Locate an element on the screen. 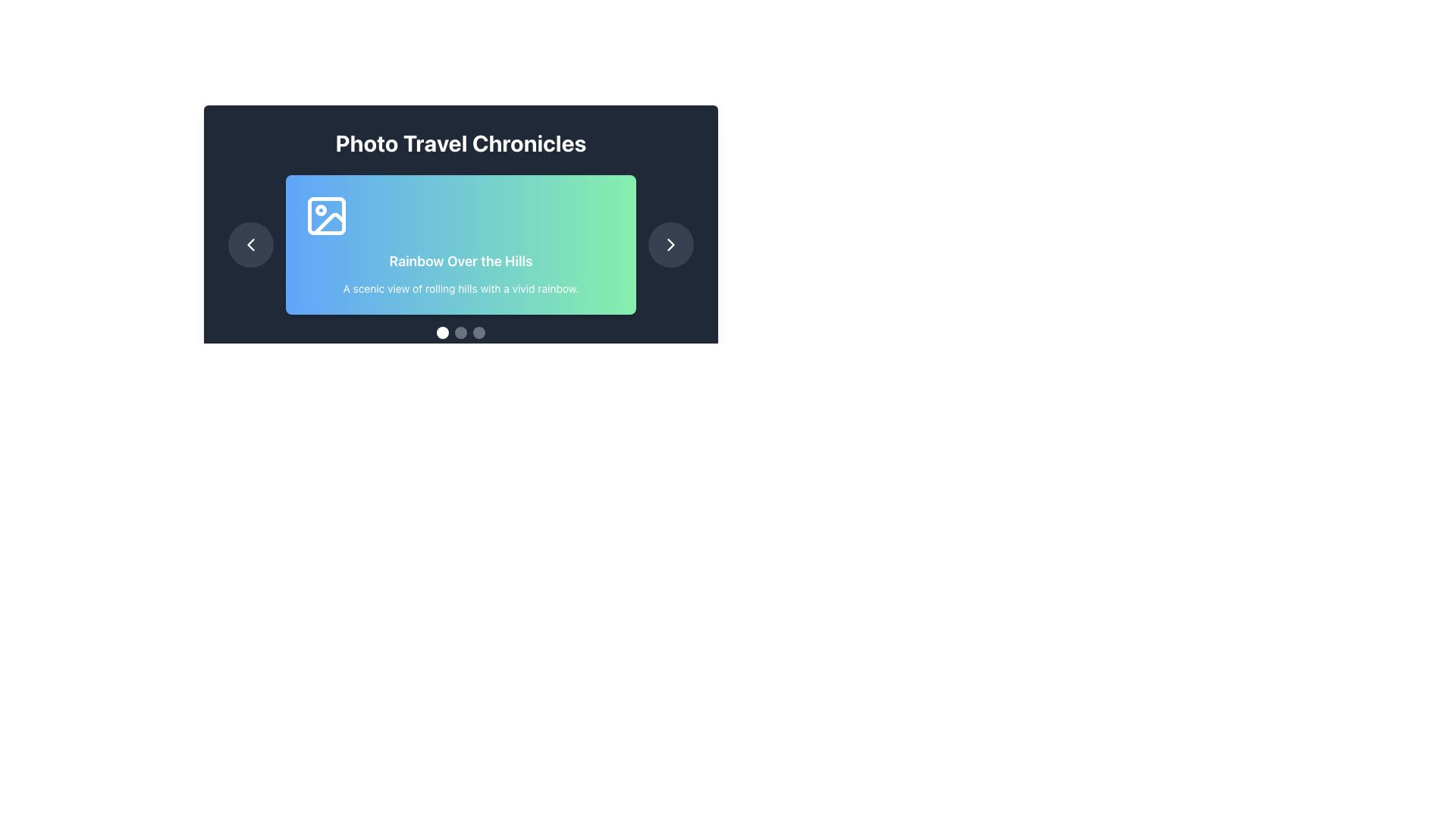 Image resolution: width=1456 pixels, height=819 pixels. the rightward arrow icon within the carousel component is located at coordinates (670, 244).